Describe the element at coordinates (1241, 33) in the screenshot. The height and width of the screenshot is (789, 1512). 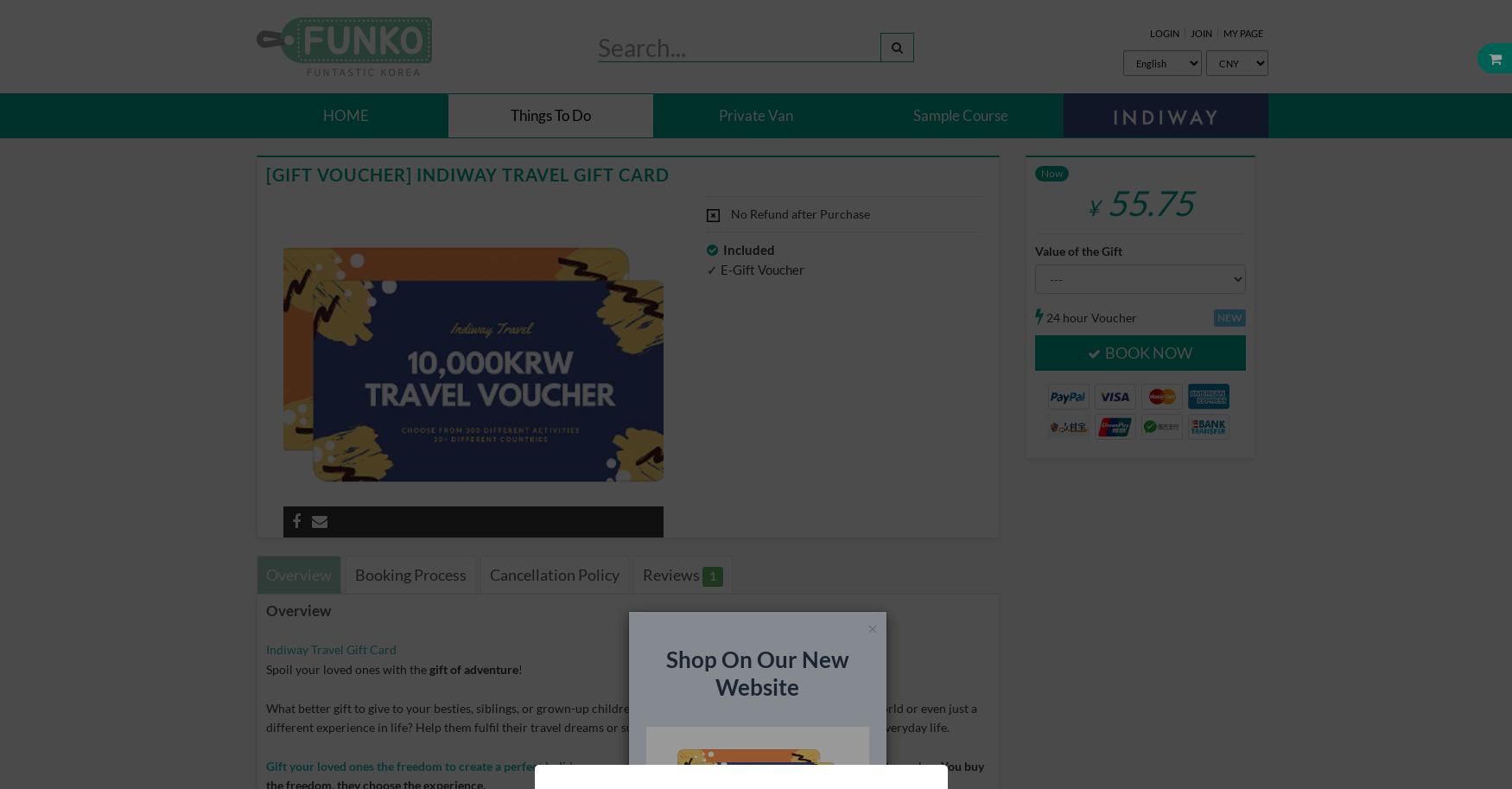
I see `'MY PAGE'` at that location.